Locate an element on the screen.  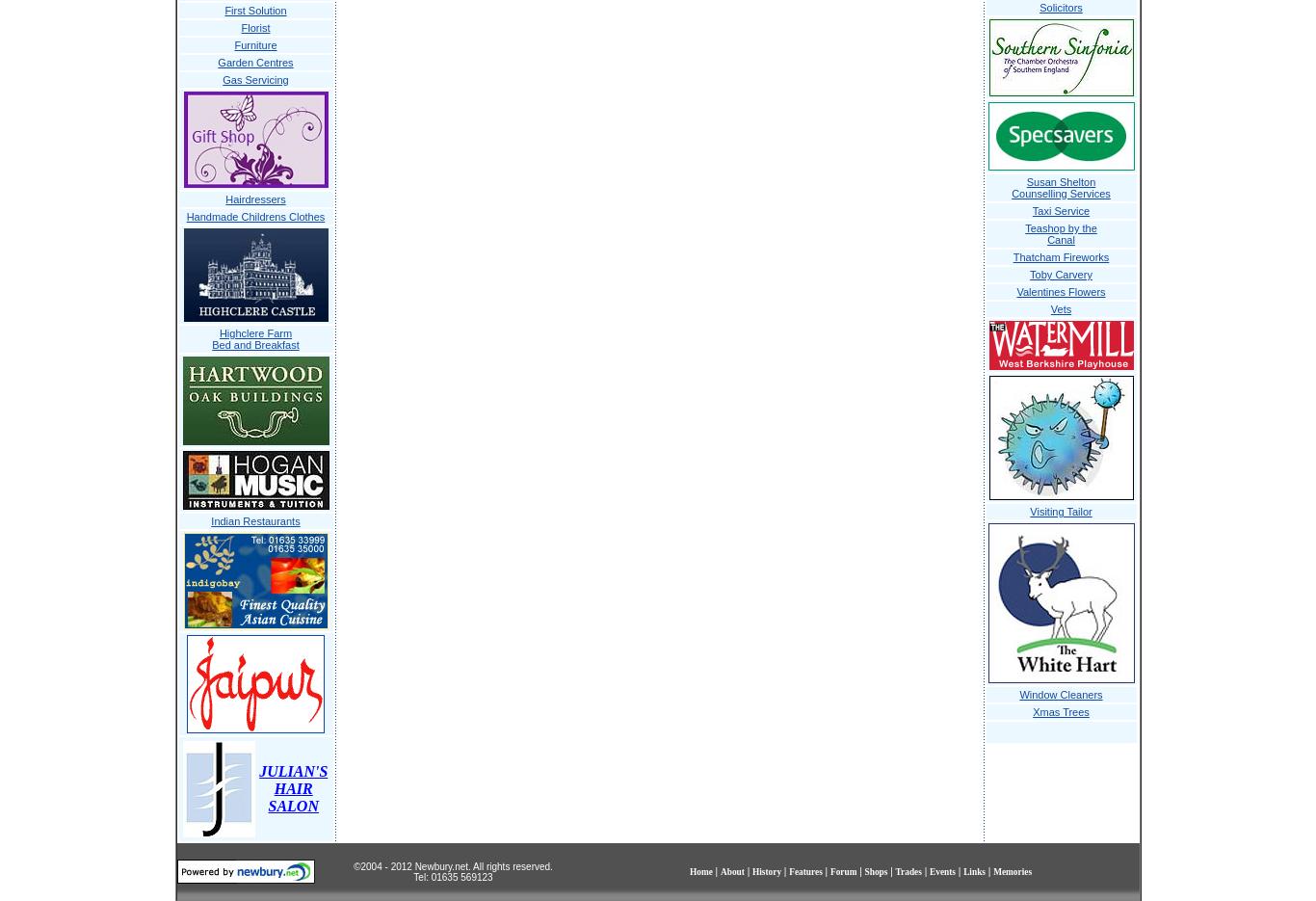
'Vets' is located at coordinates (1059, 308).